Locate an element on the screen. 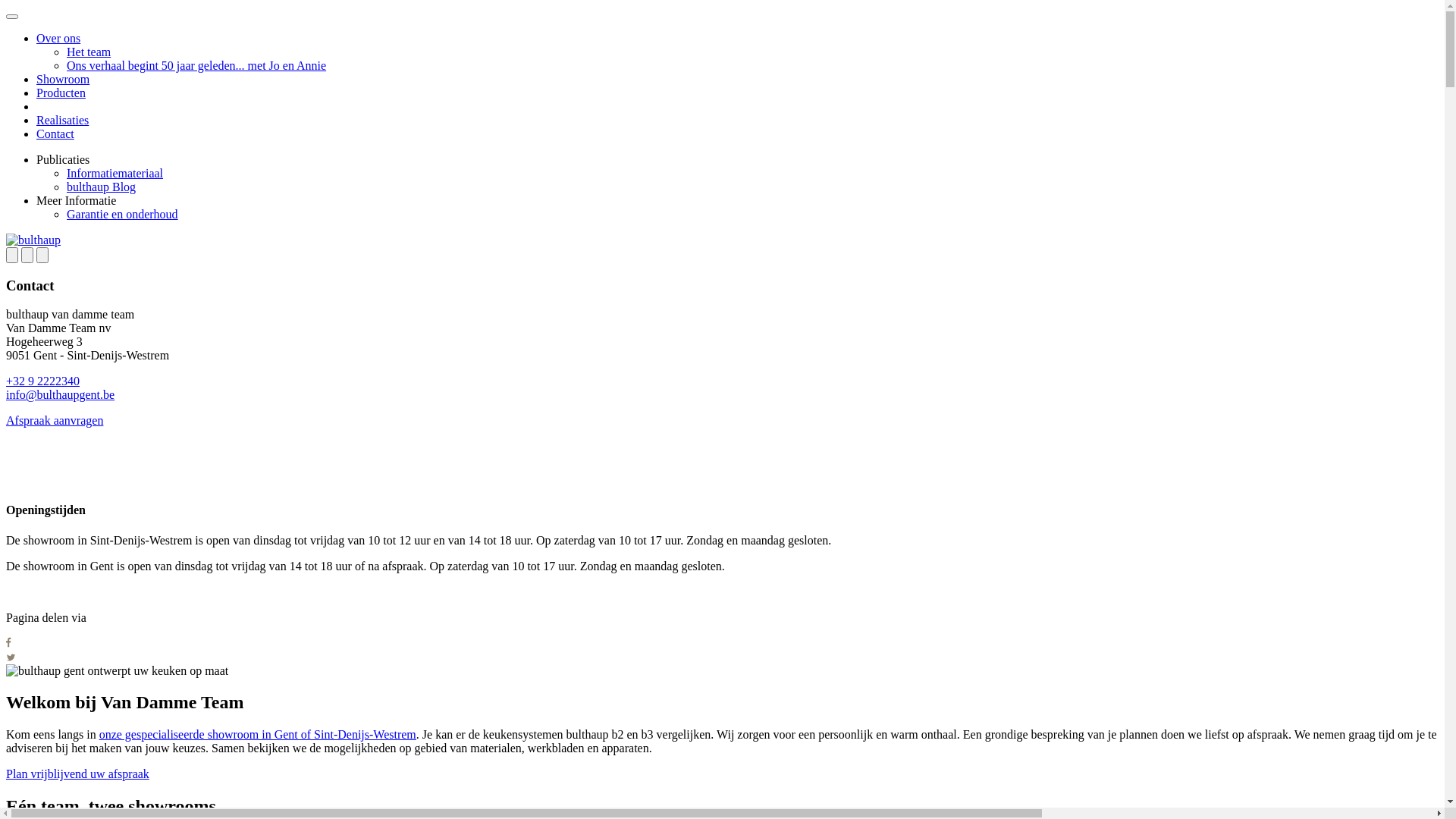 This screenshot has width=1456, height=819. '+32 9 2222340' is located at coordinates (6, 380).